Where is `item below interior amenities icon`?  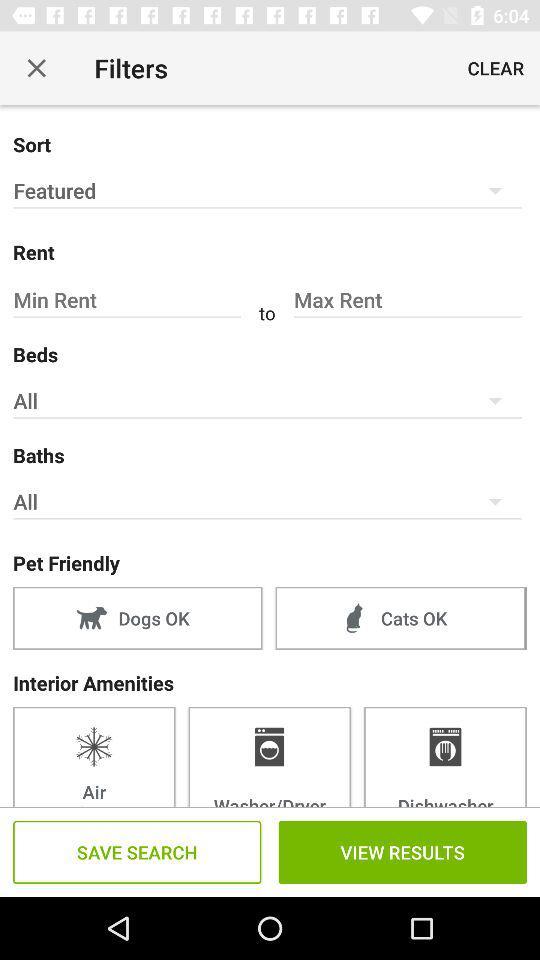
item below interior amenities icon is located at coordinates (445, 755).